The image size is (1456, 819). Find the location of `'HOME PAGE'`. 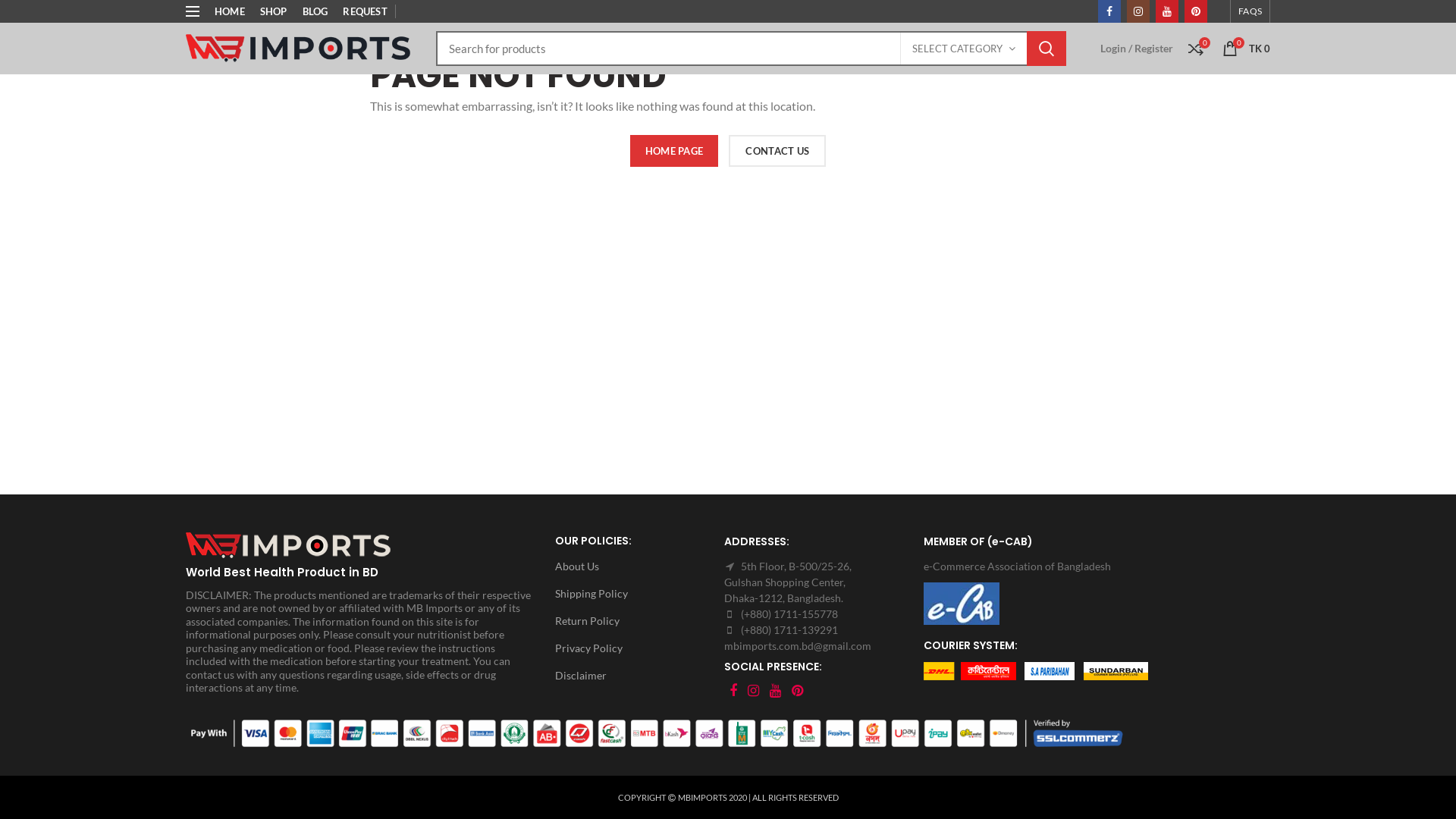

'HOME PAGE' is located at coordinates (673, 151).